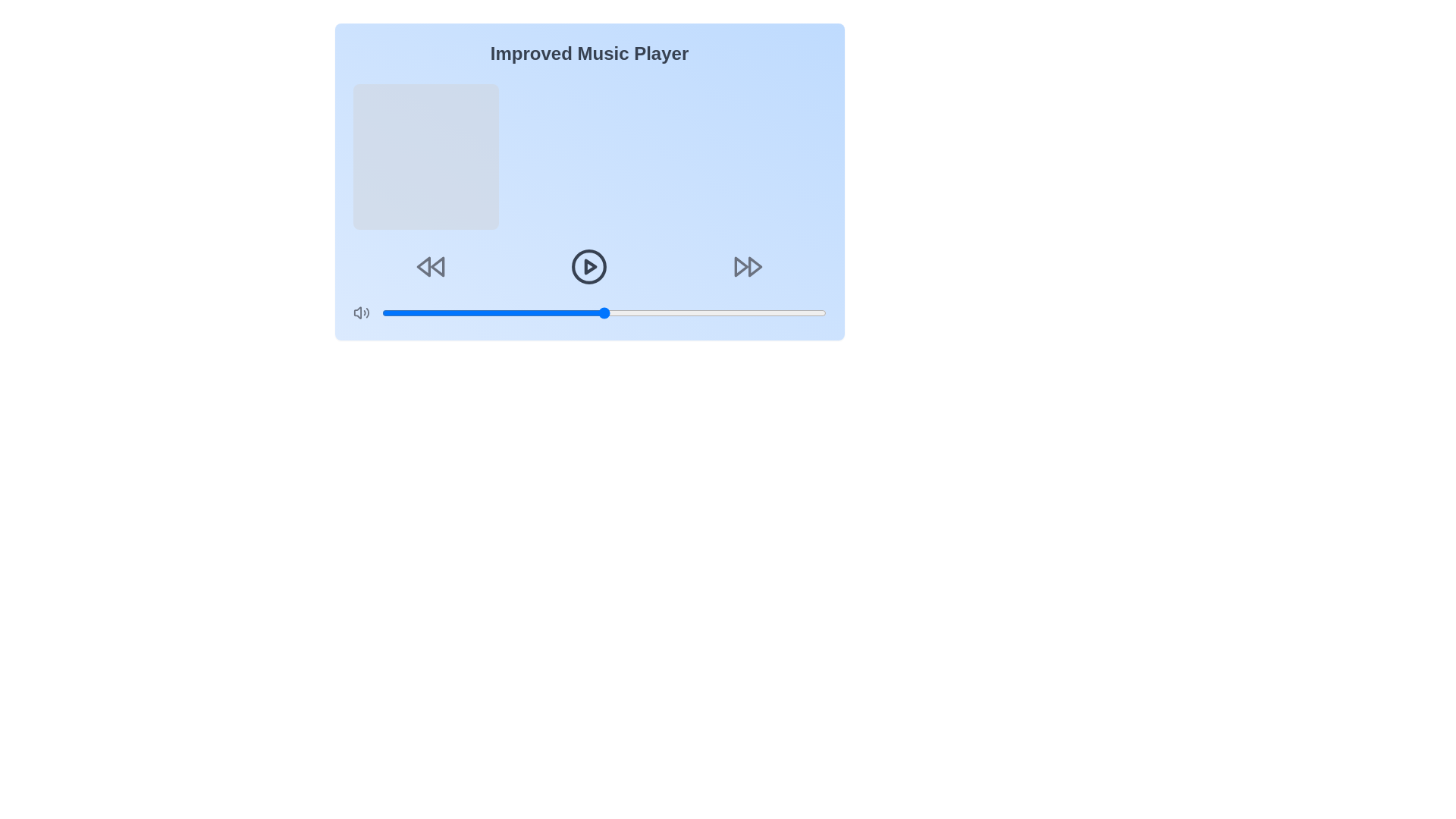 The height and width of the screenshot is (819, 1456). Describe the element at coordinates (429, 265) in the screenshot. I see `the rewind button, which is the first control among three buttons in the blue music player interface` at that location.